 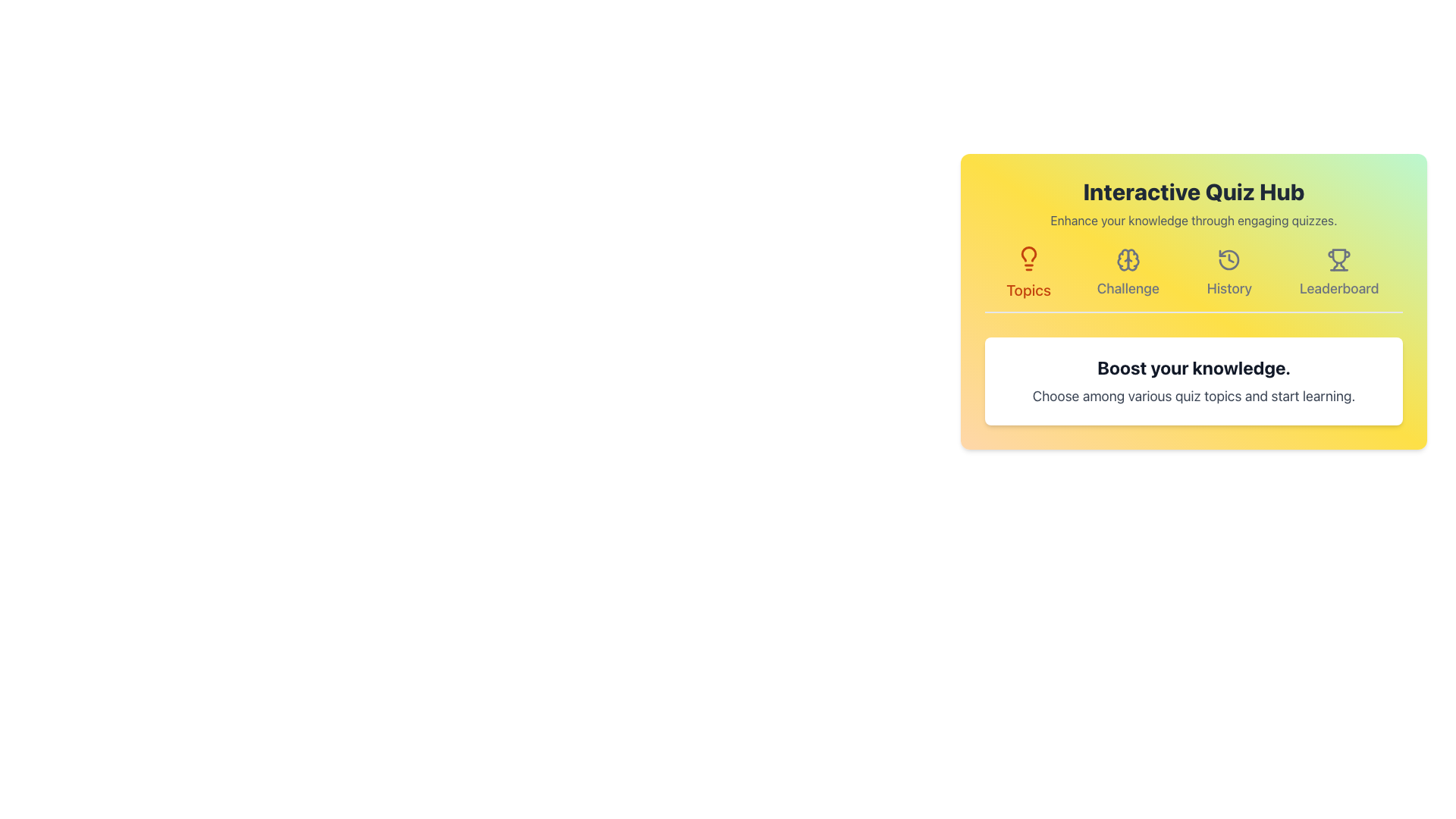 What do you see at coordinates (1128, 289) in the screenshot?
I see `the 'Challenge' label, which is a medium-sized, bold text displayed in gray, located beneath a brain icon in the 'Interactive Quiz Hub' card` at bounding box center [1128, 289].